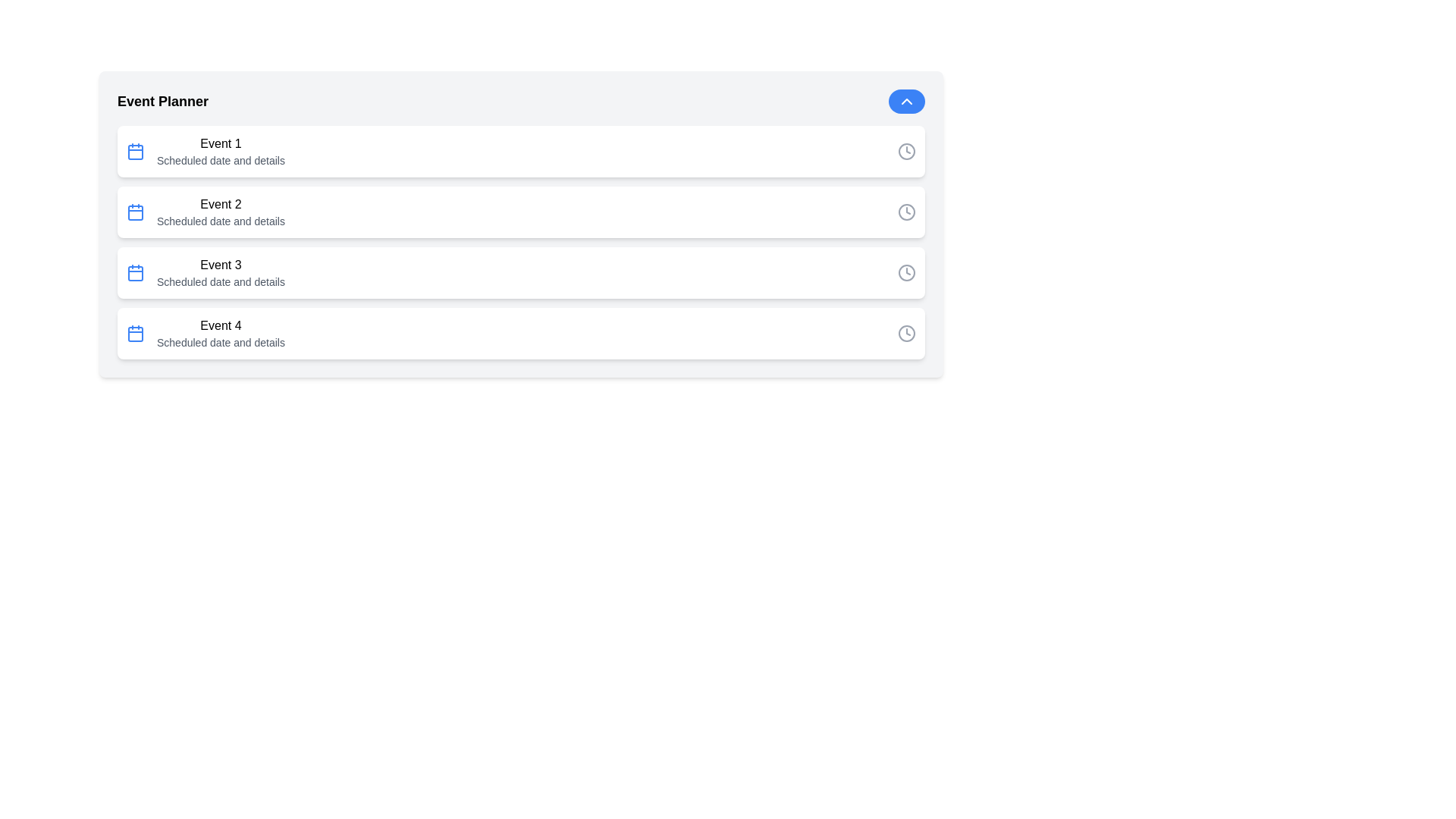 This screenshot has height=819, width=1456. I want to click on the informative text label for 'Event 2', which is located below the title in the second entry of a vertically aligned list of events, so click(220, 221).